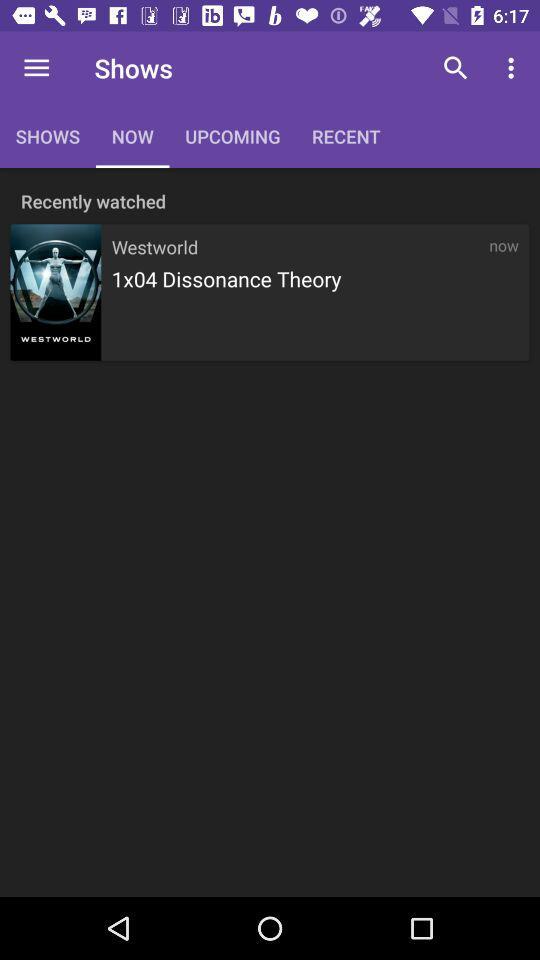 Image resolution: width=540 pixels, height=960 pixels. I want to click on icon above the now icon, so click(513, 68).